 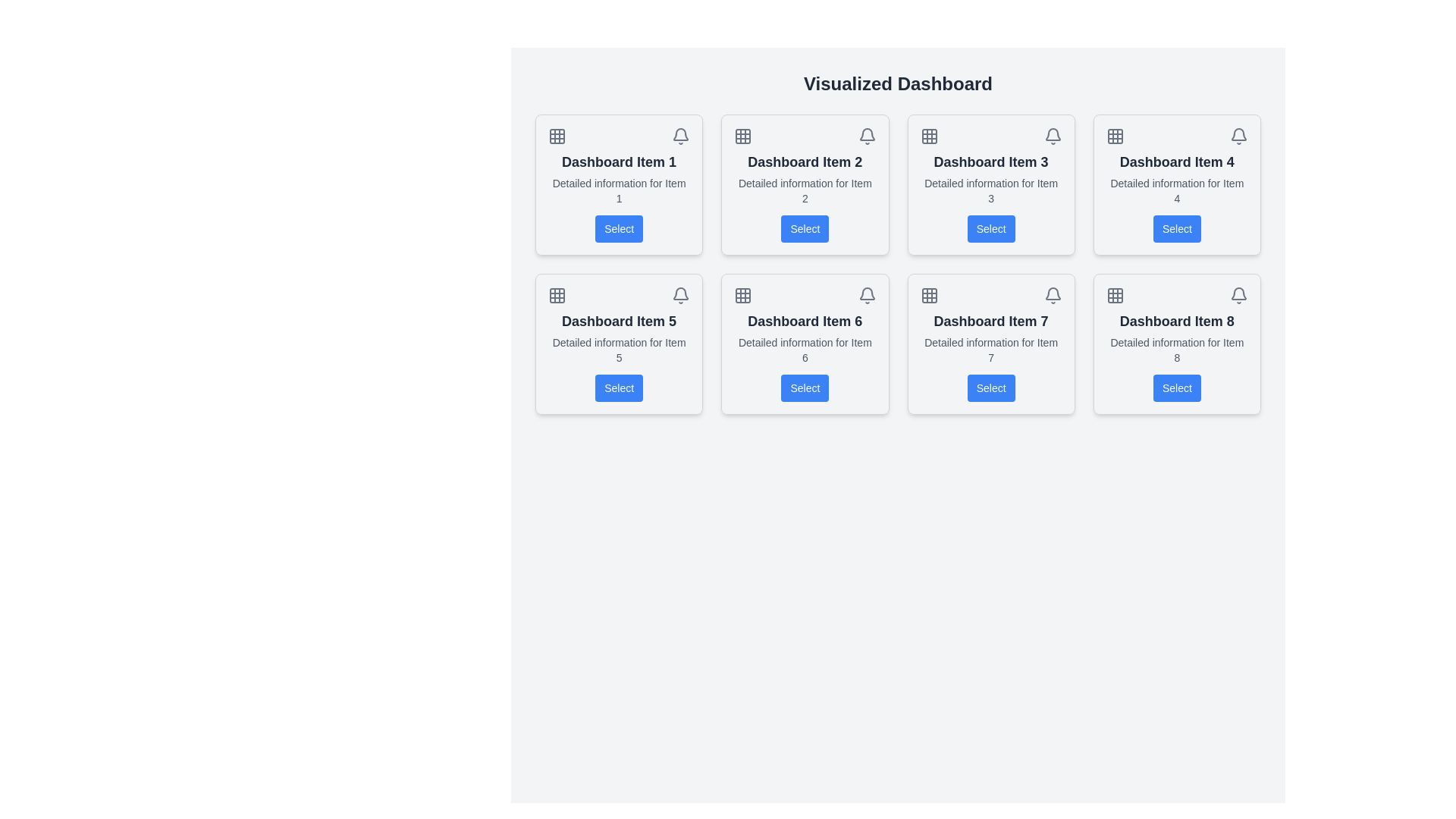 I want to click on heading text 'Visualized Dashboard', which is a bold and large heading styled in dark gray and located at the top center of the main content area, so click(x=898, y=84).